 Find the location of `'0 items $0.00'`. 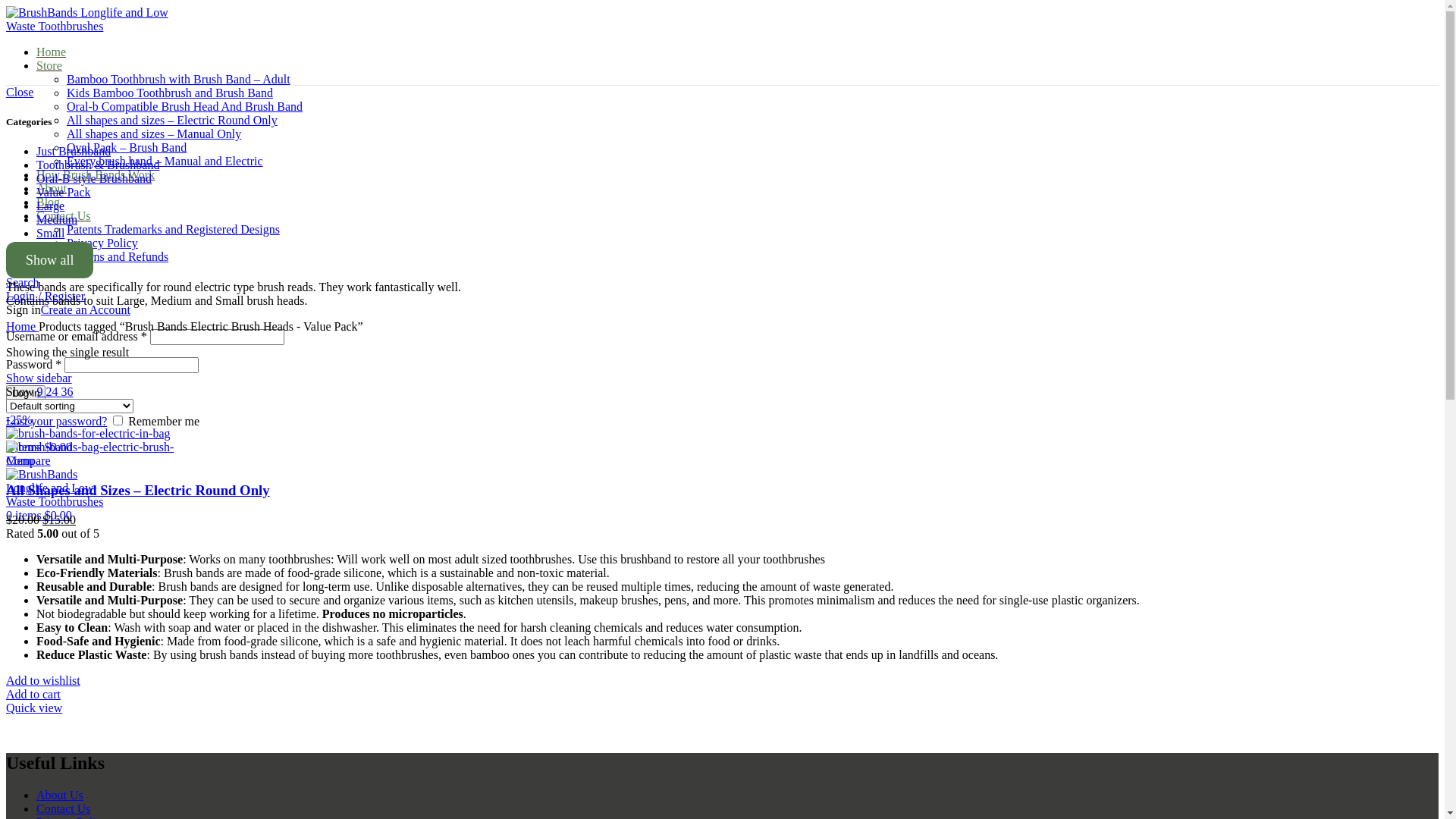

'0 items $0.00' is located at coordinates (39, 514).